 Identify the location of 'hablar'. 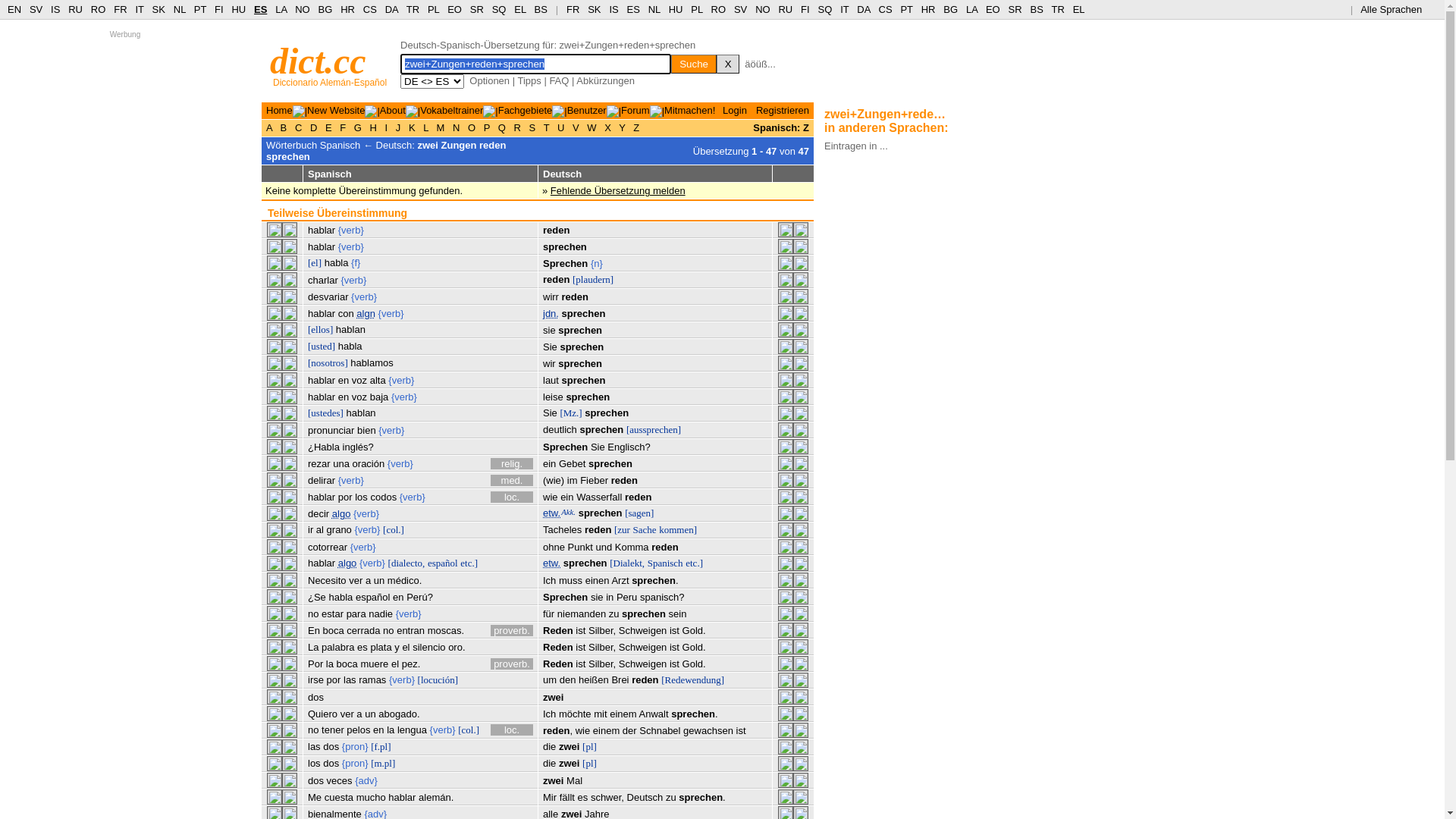
(307, 563).